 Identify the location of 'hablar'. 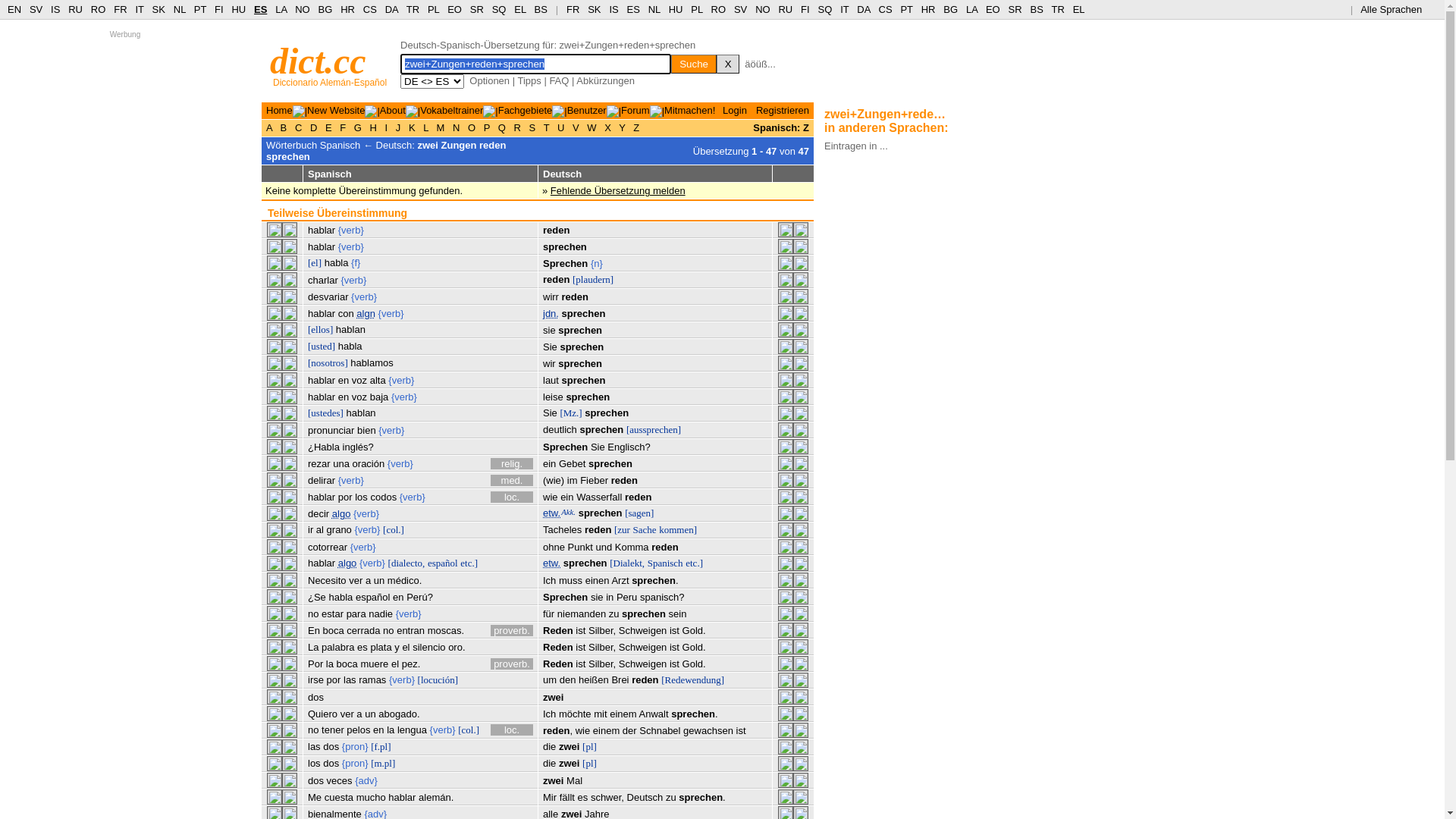
(307, 563).